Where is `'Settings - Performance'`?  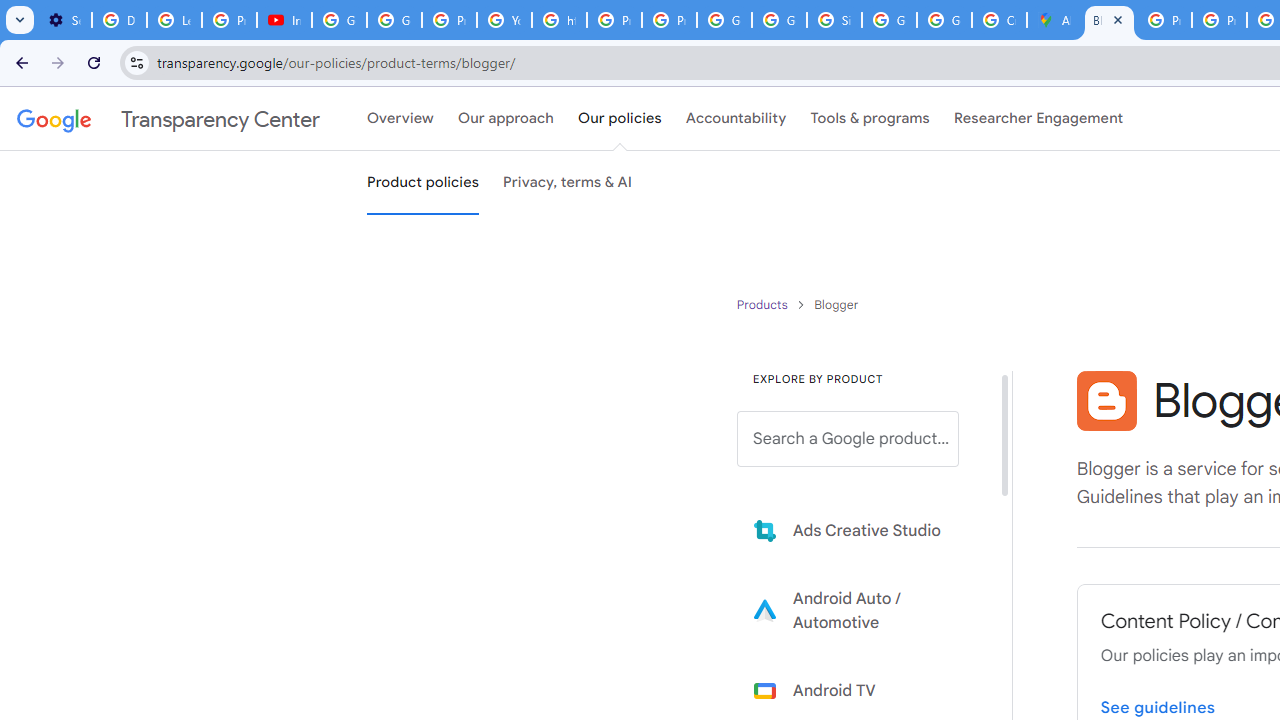 'Settings - Performance' is located at coordinates (64, 20).